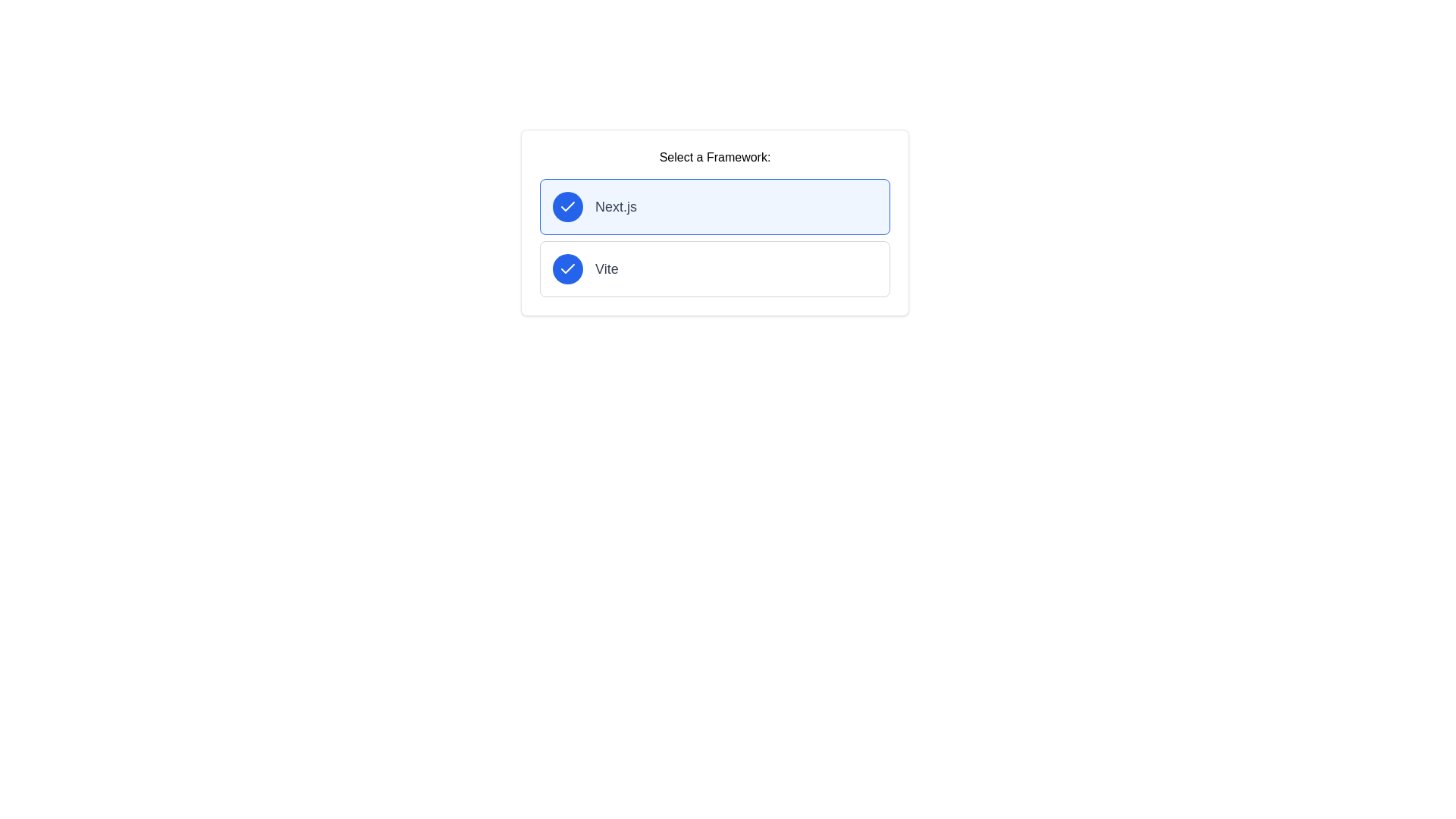 The image size is (1456, 819). Describe the element at coordinates (714, 268) in the screenshot. I see `the 'Vite' radio button option` at that location.